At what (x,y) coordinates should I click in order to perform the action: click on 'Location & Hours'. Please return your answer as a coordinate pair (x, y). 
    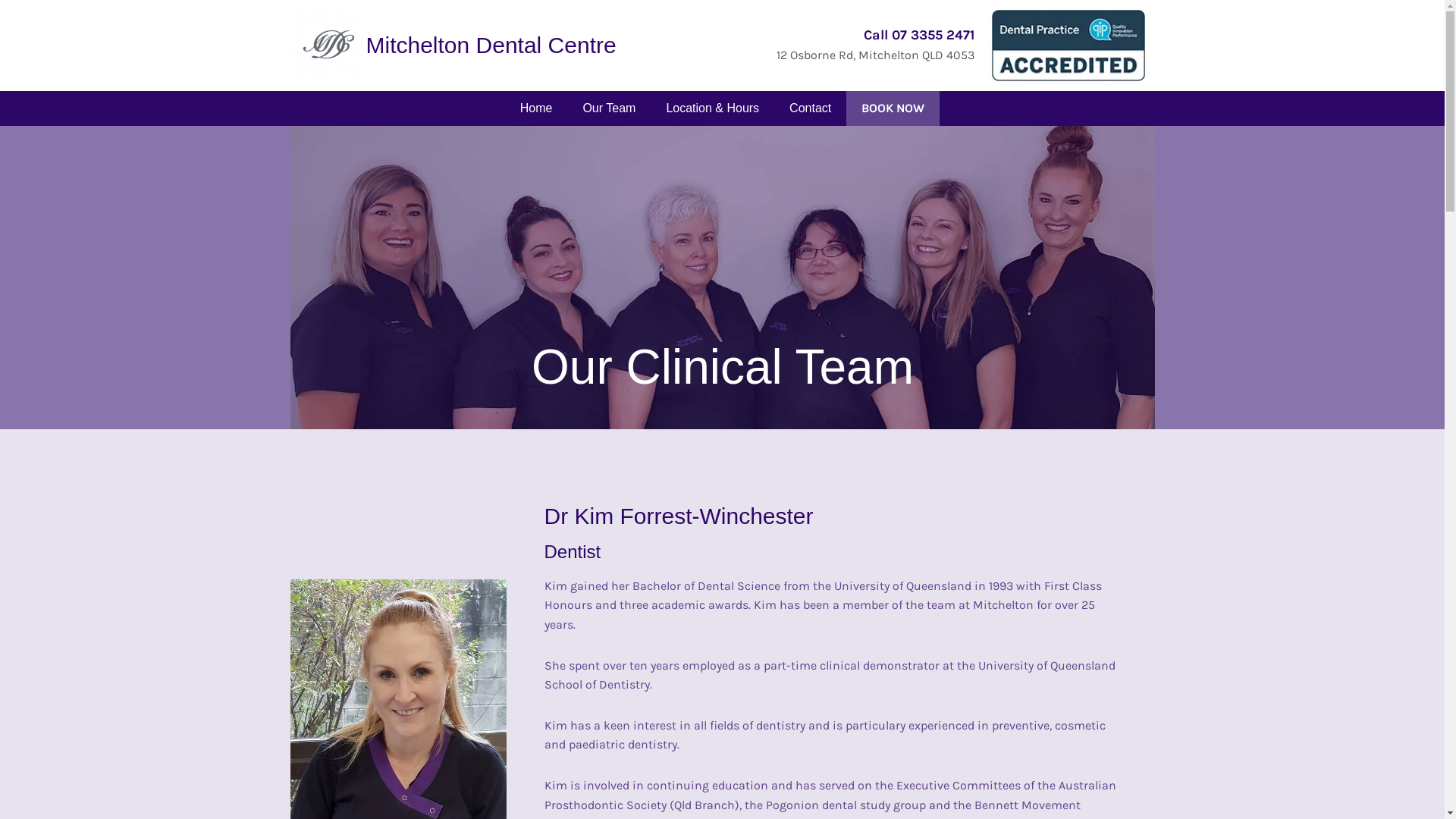
    Looking at the image, I should click on (651, 107).